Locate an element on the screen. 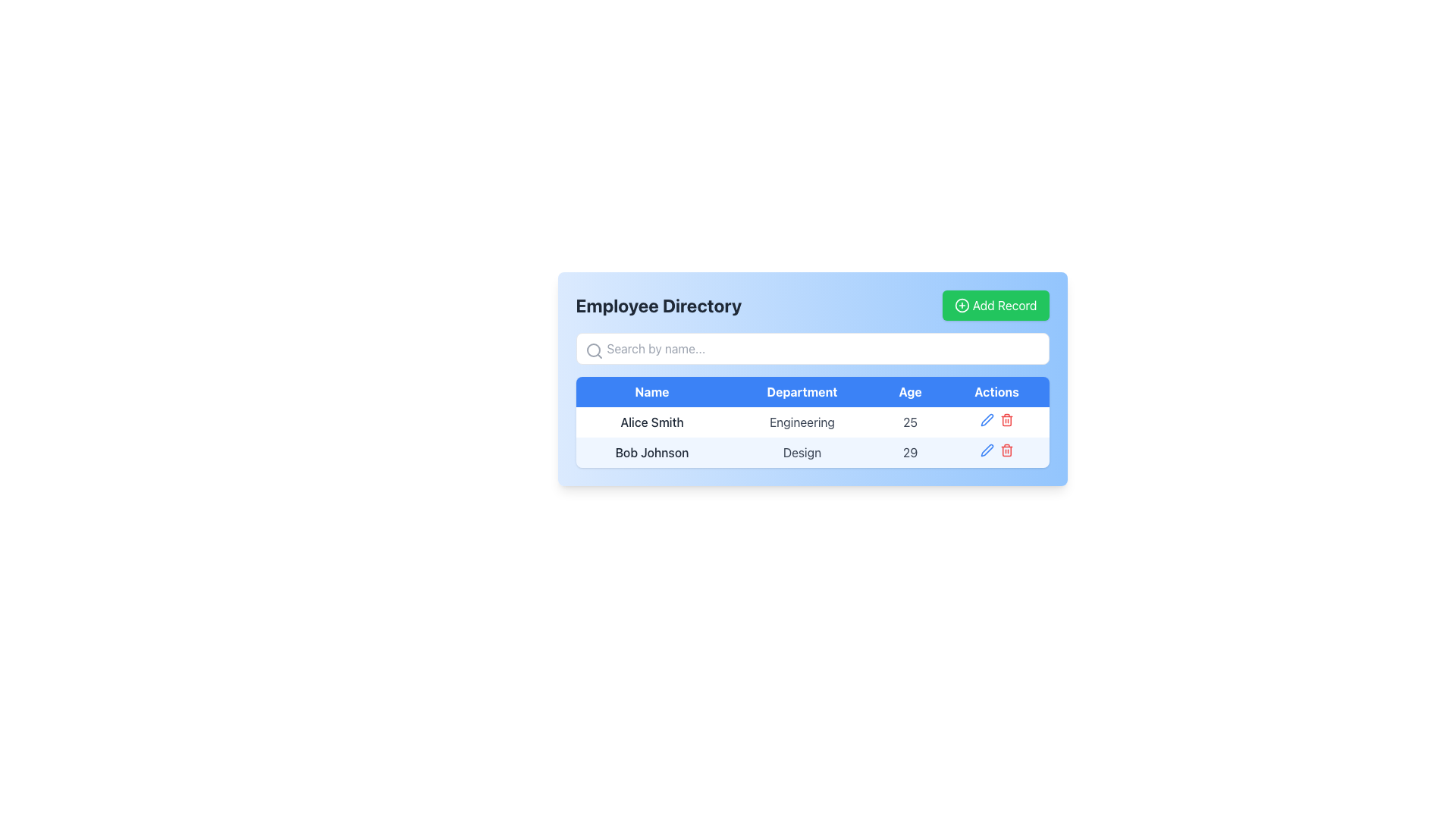 The height and width of the screenshot is (819, 1456). the text label displaying 'Alice Smith', which is the first entry in the 'Name' column of the employee directory table is located at coordinates (651, 422).